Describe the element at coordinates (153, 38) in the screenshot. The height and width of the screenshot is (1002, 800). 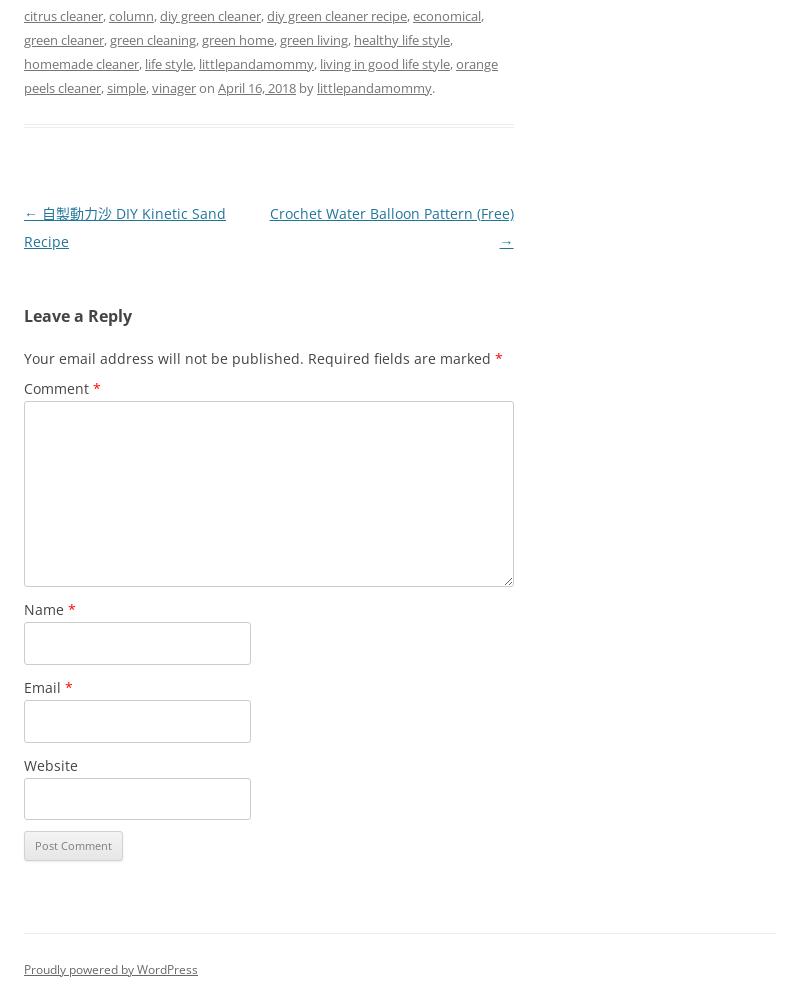
I see `'green cleaning'` at that location.